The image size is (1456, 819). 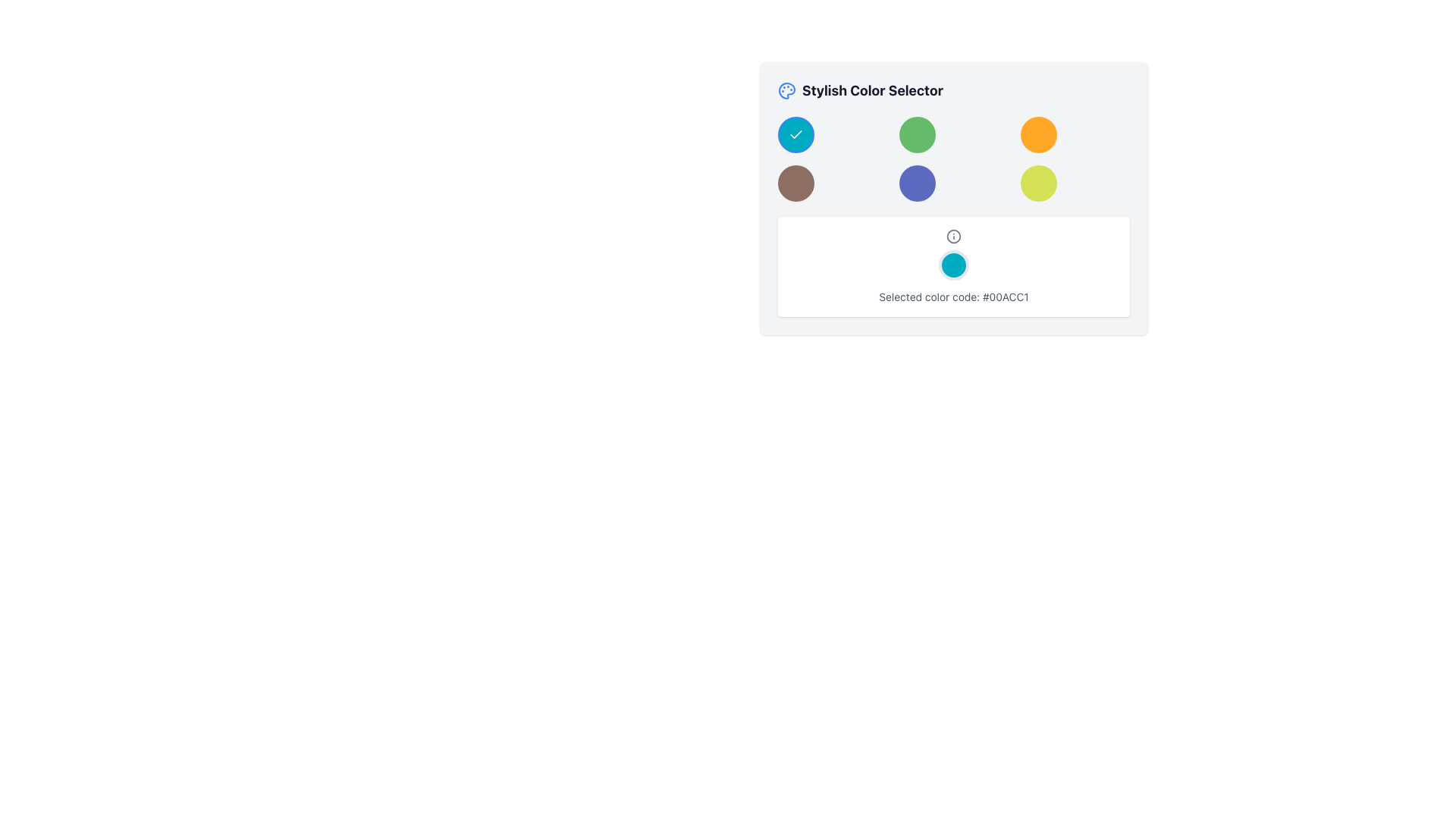 What do you see at coordinates (786, 90) in the screenshot?
I see `the circular color palette icon located in the header of the window adjacent to 'Stylish Color Selector'` at bounding box center [786, 90].